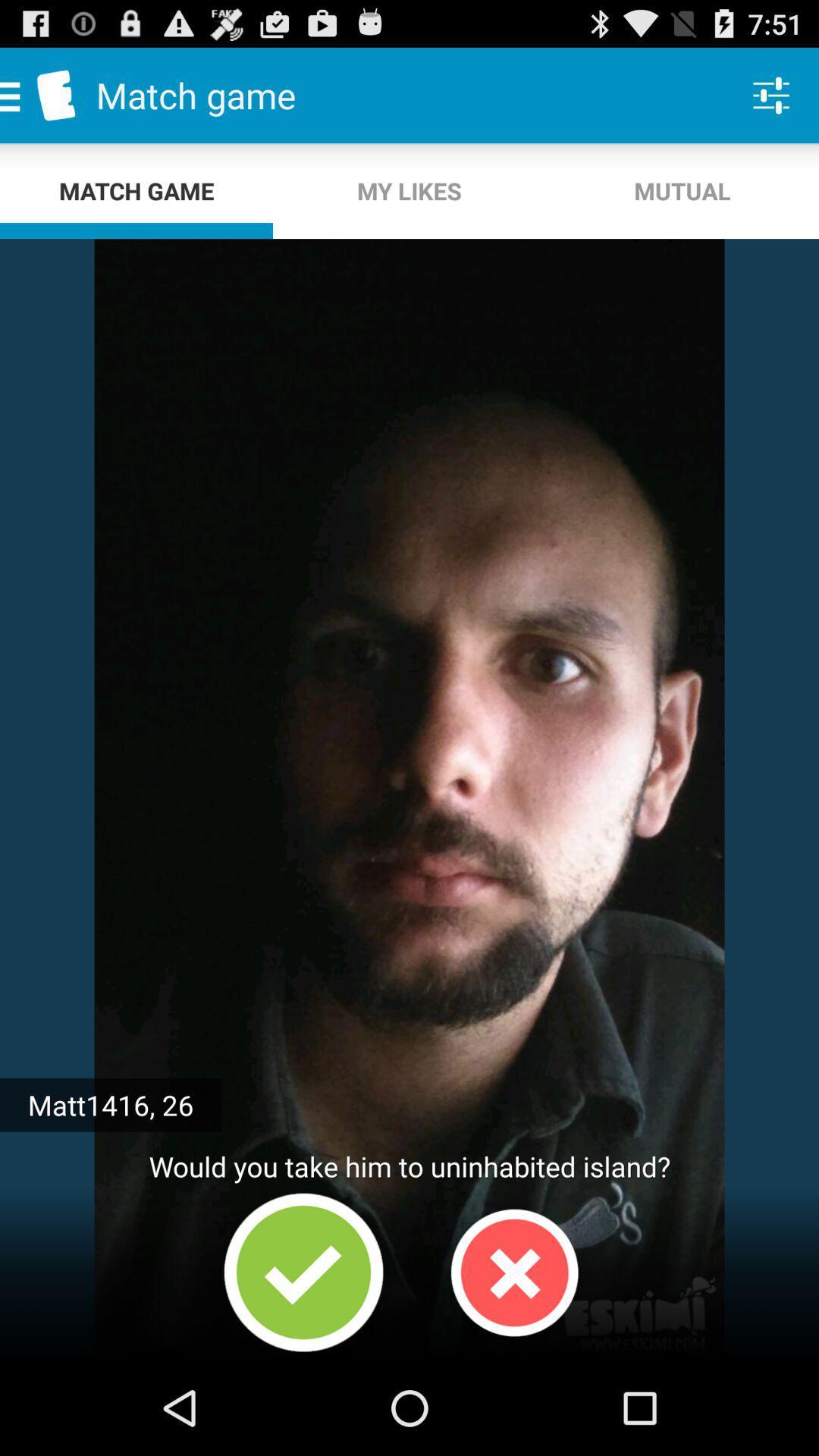 The image size is (819, 1456). Describe the element at coordinates (771, 94) in the screenshot. I see `item above the mutual` at that location.